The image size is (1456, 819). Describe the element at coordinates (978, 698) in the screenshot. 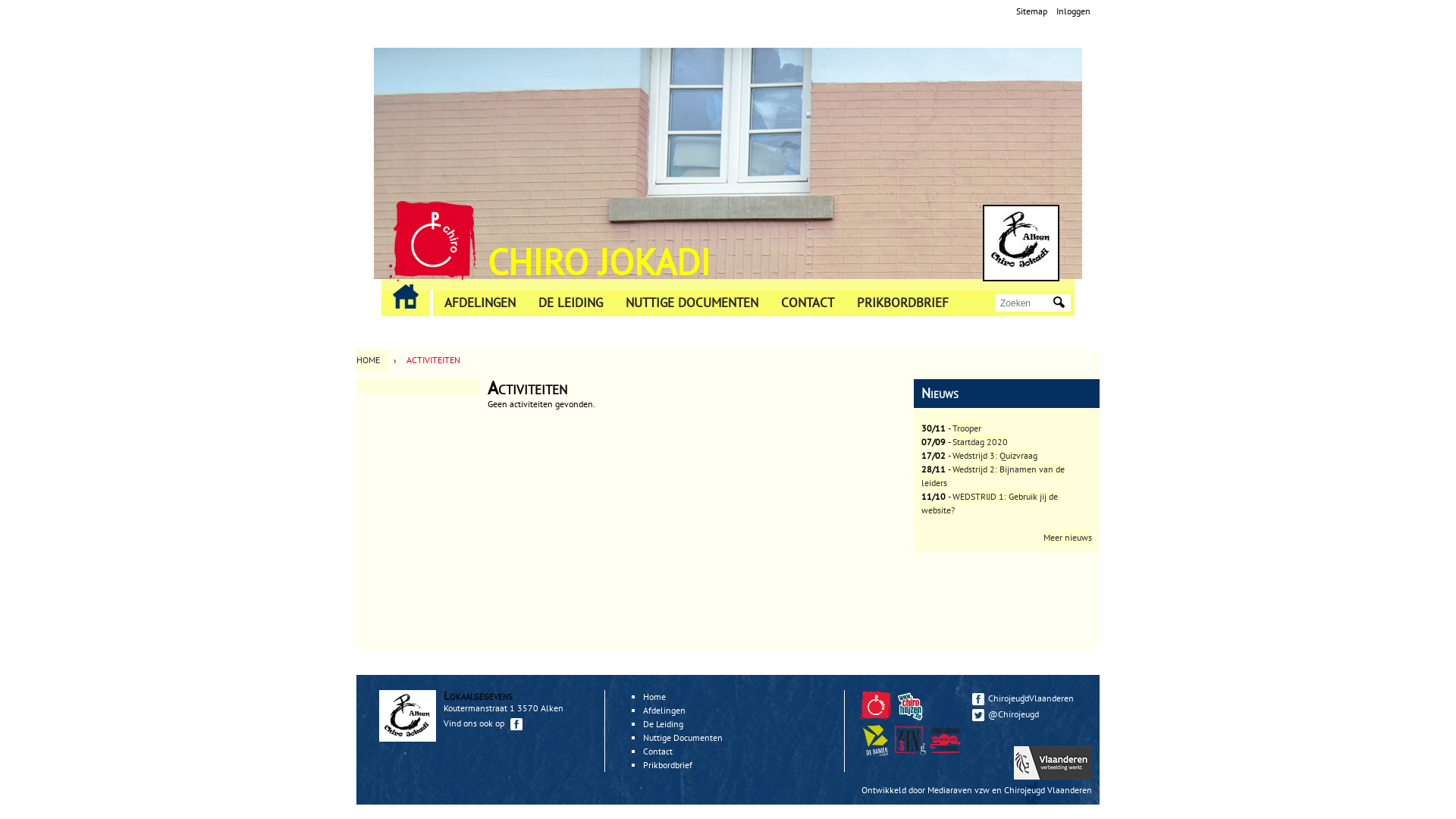

I see `'Facebook'` at that location.